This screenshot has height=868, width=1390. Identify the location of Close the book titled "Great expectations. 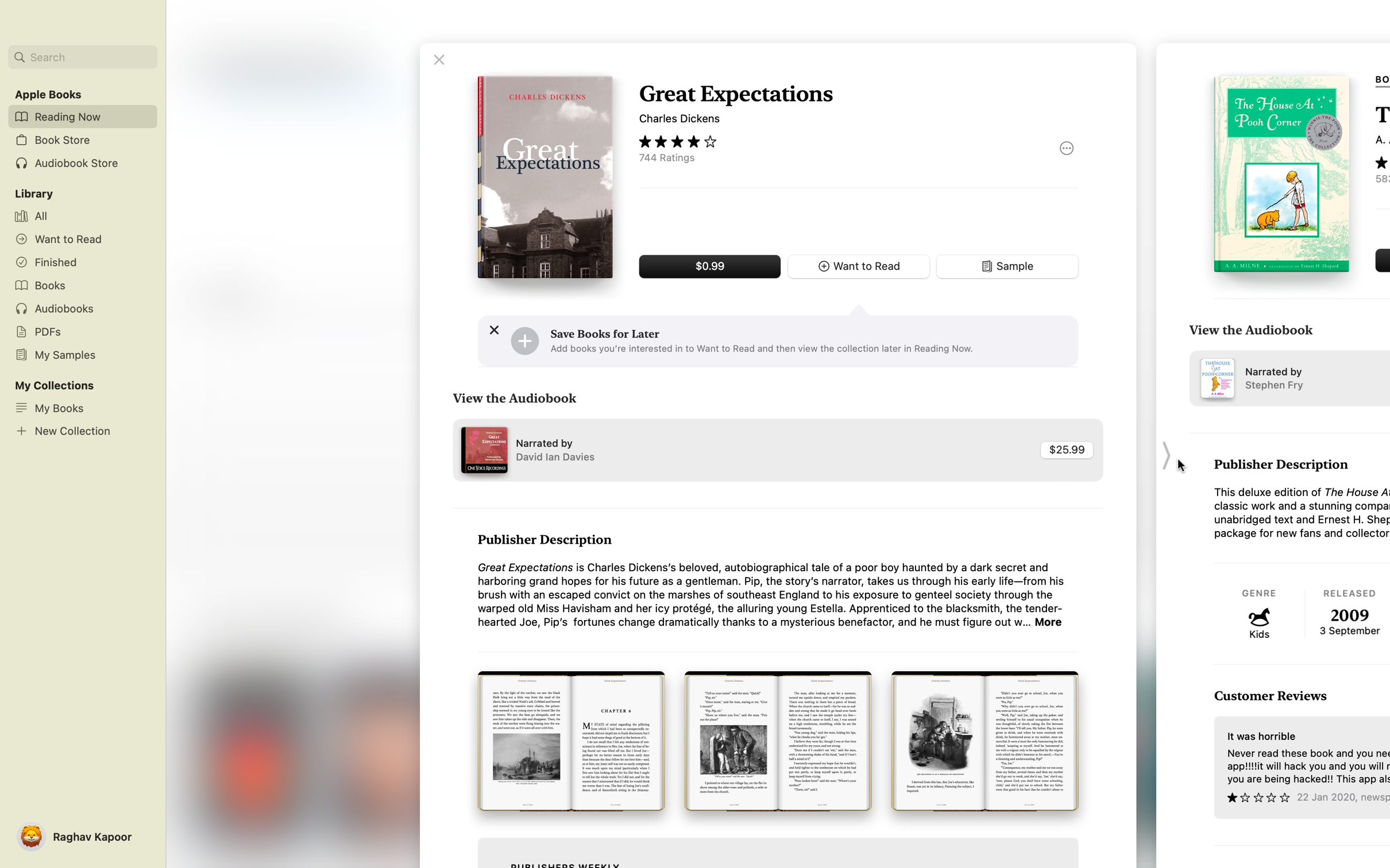
(438, 59).